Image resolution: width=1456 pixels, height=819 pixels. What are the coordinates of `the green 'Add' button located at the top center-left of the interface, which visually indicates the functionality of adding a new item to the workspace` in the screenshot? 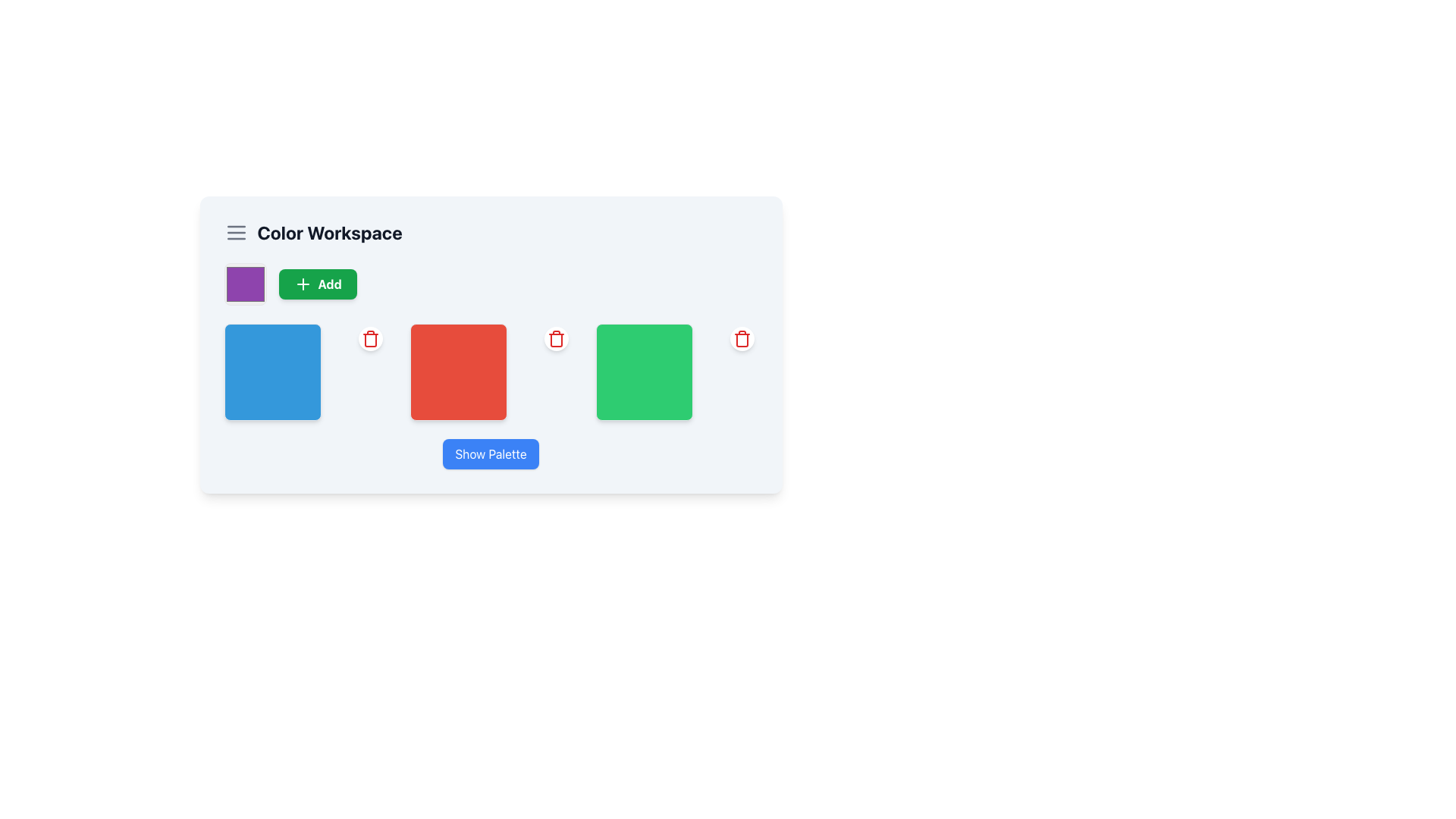 It's located at (303, 284).